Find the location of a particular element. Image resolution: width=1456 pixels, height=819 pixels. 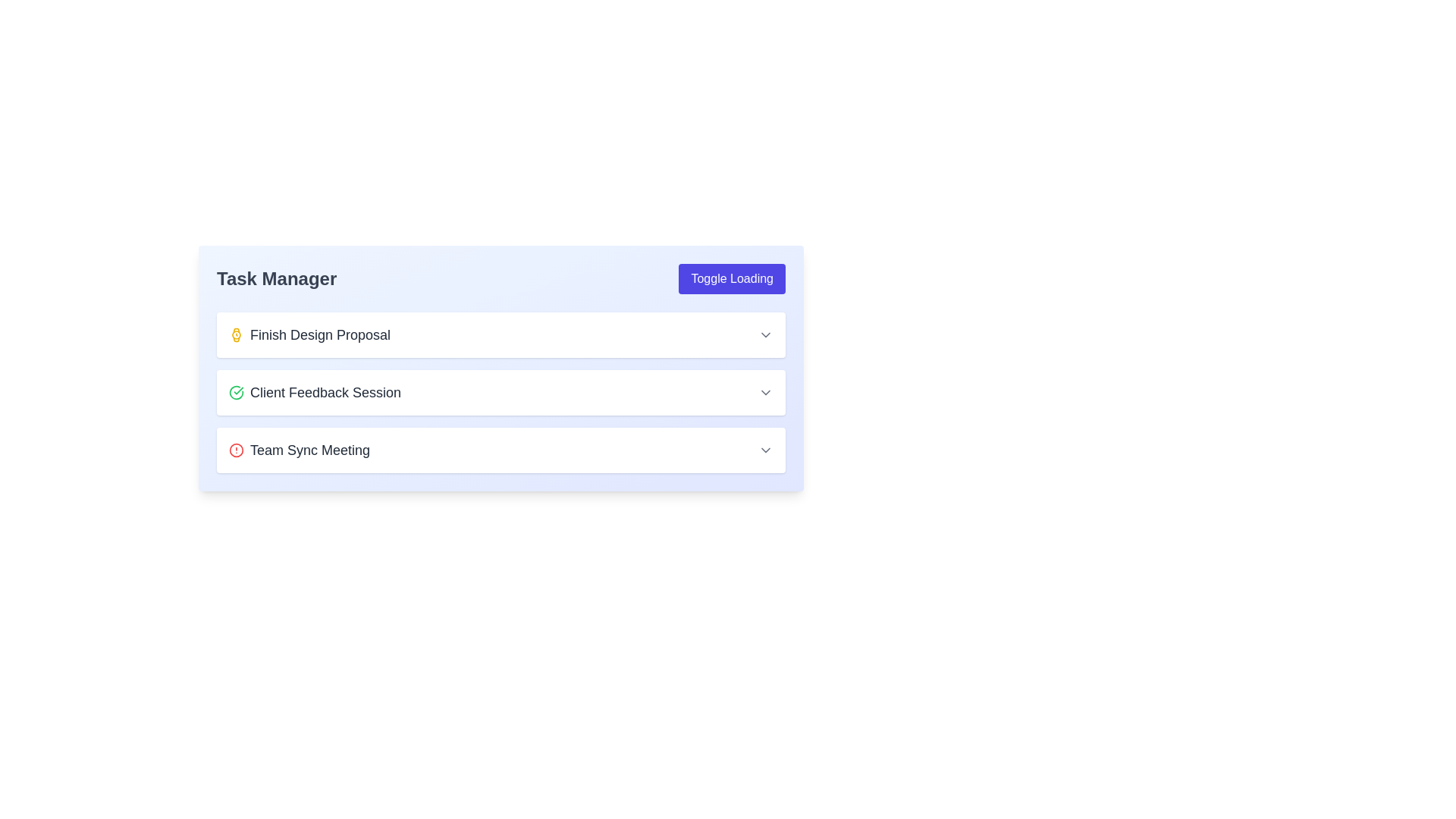

the text label that describes a specific task item within the task manager, located in the first task row, centered to the right of an icon and below the heading 'Task Manager' is located at coordinates (319, 334).